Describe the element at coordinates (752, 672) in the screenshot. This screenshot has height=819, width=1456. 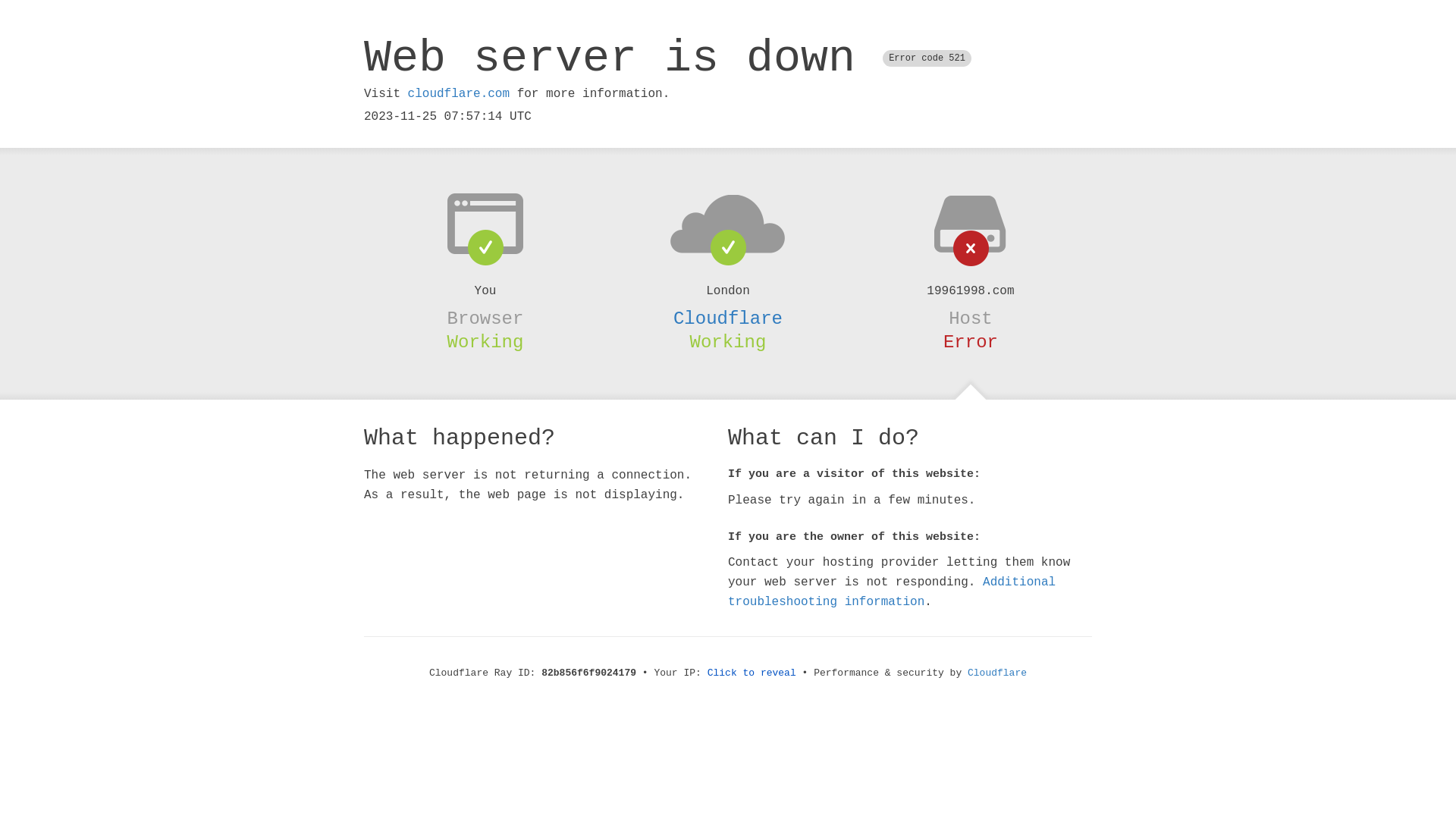
I see `'Click to reveal'` at that location.